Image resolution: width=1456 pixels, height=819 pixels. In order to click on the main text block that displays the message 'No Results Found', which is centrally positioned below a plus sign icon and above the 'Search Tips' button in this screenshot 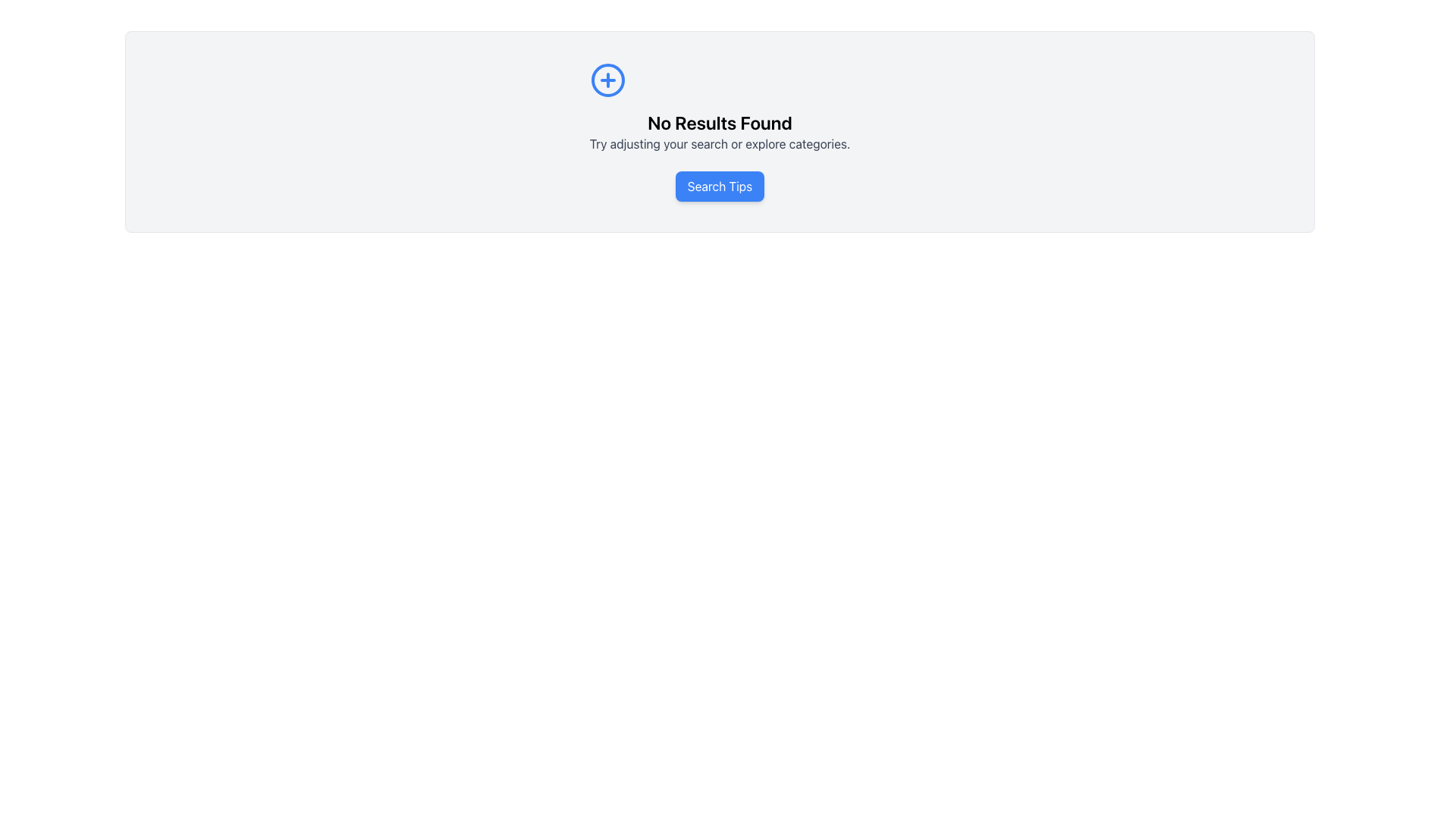, I will do `click(719, 130)`.